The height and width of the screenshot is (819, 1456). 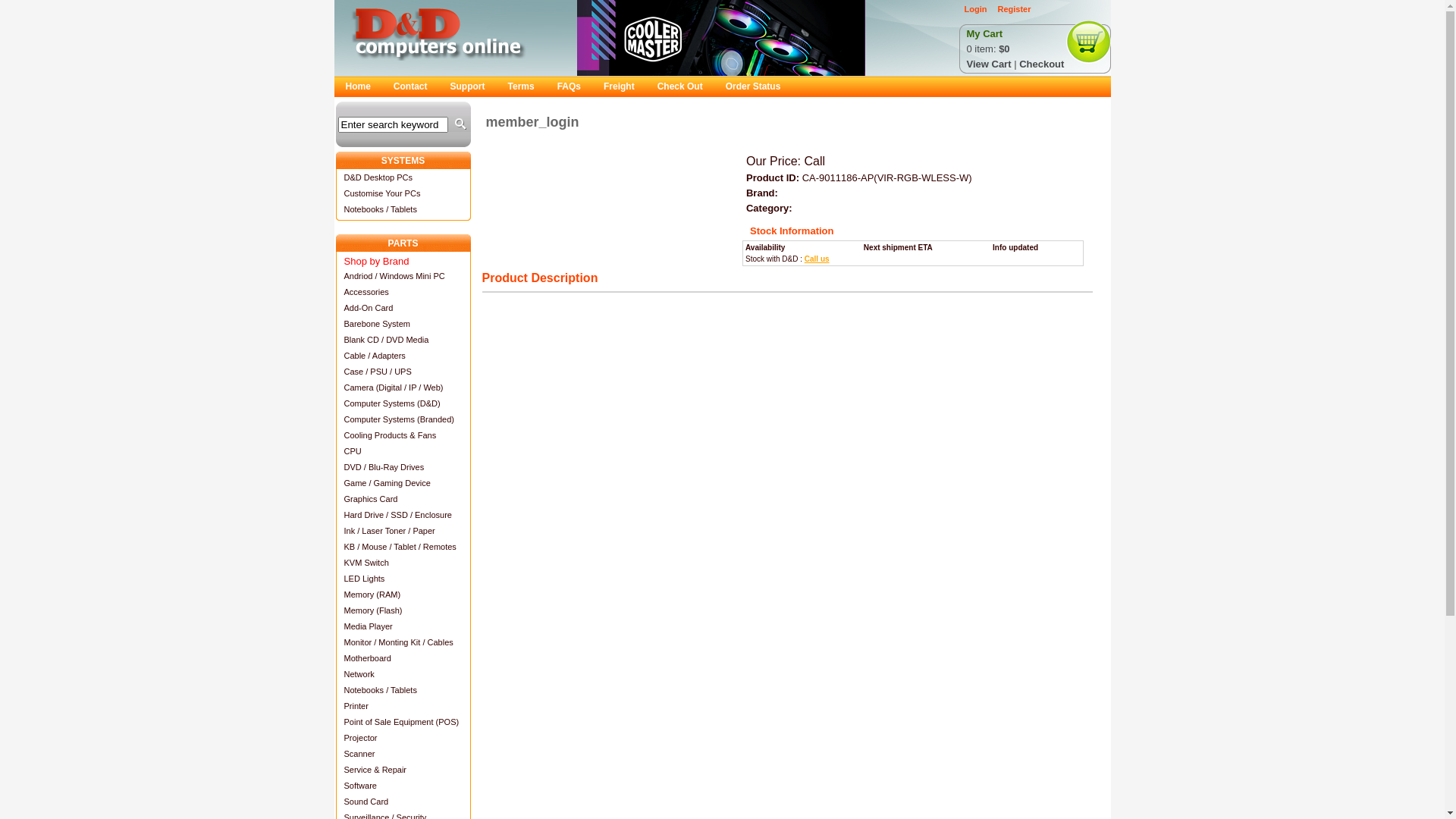 I want to click on 'Add-On Card', so click(x=403, y=307).